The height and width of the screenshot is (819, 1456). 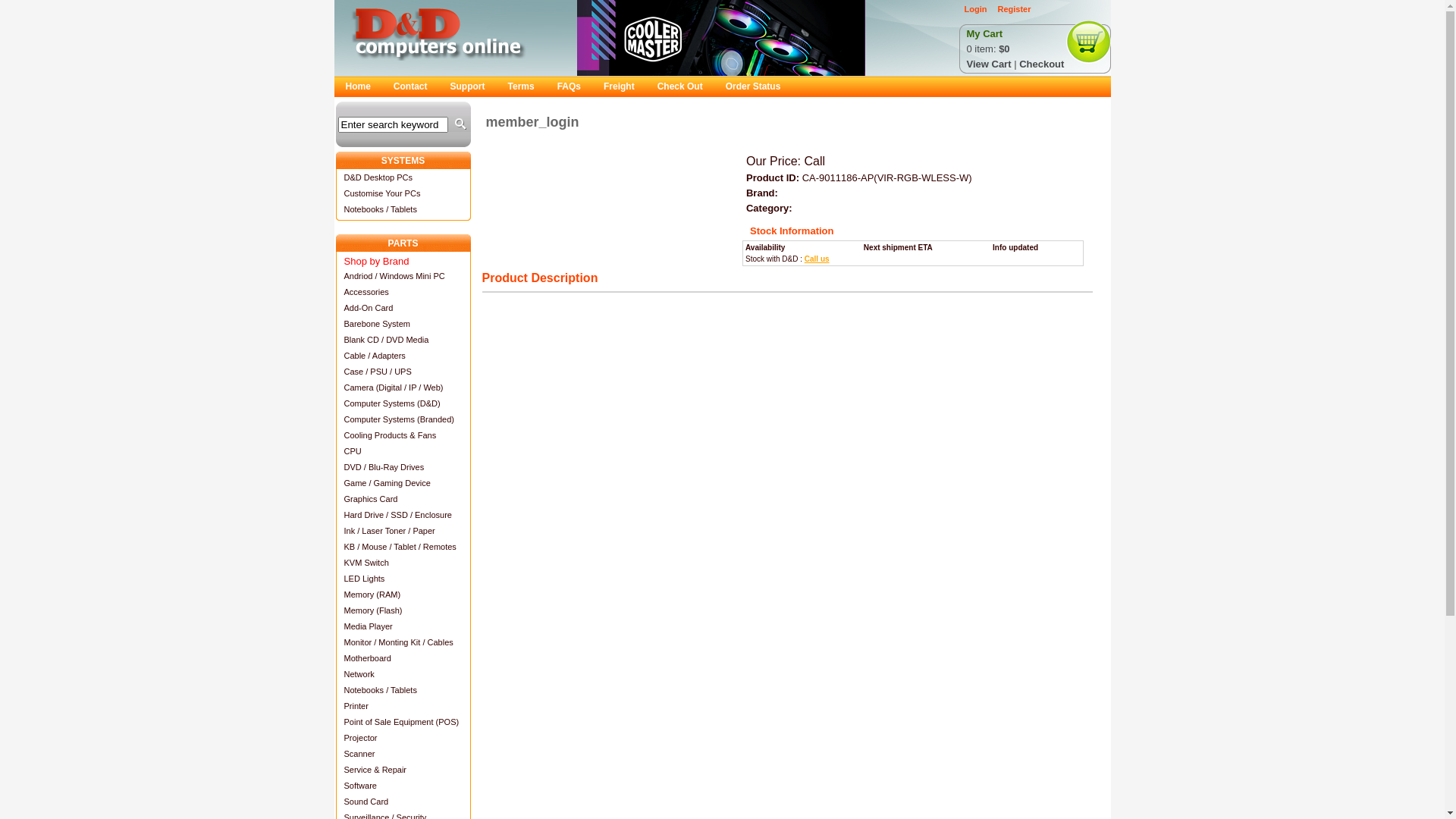 I want to click on 'Add-On Card', so click(x=403, y=307).